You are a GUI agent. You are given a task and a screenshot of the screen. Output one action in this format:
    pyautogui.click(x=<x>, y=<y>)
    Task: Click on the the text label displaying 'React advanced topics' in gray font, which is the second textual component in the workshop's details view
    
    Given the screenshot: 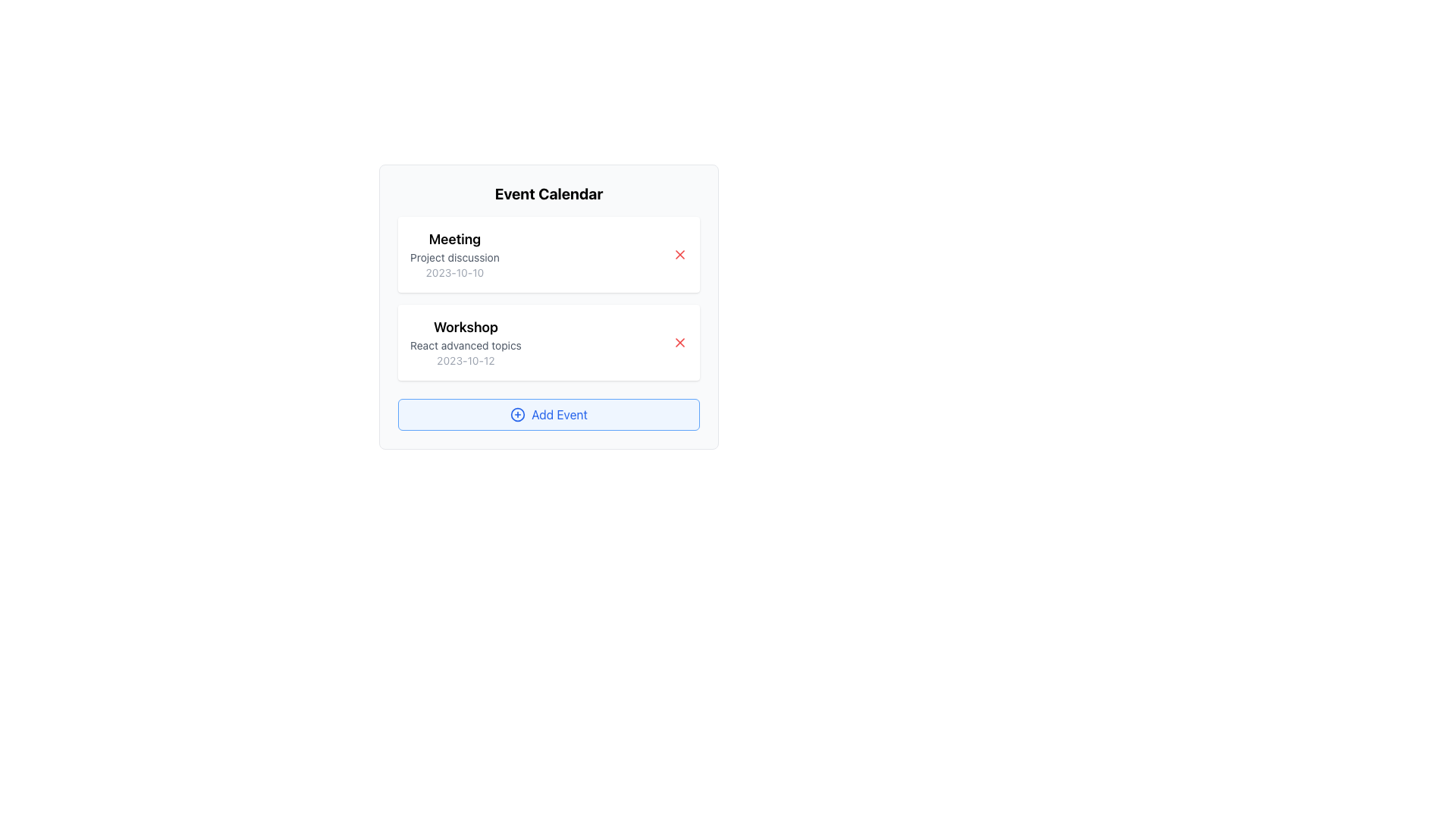 What is the action you would take?
    pyautogui.click(x=465, y=345)
    